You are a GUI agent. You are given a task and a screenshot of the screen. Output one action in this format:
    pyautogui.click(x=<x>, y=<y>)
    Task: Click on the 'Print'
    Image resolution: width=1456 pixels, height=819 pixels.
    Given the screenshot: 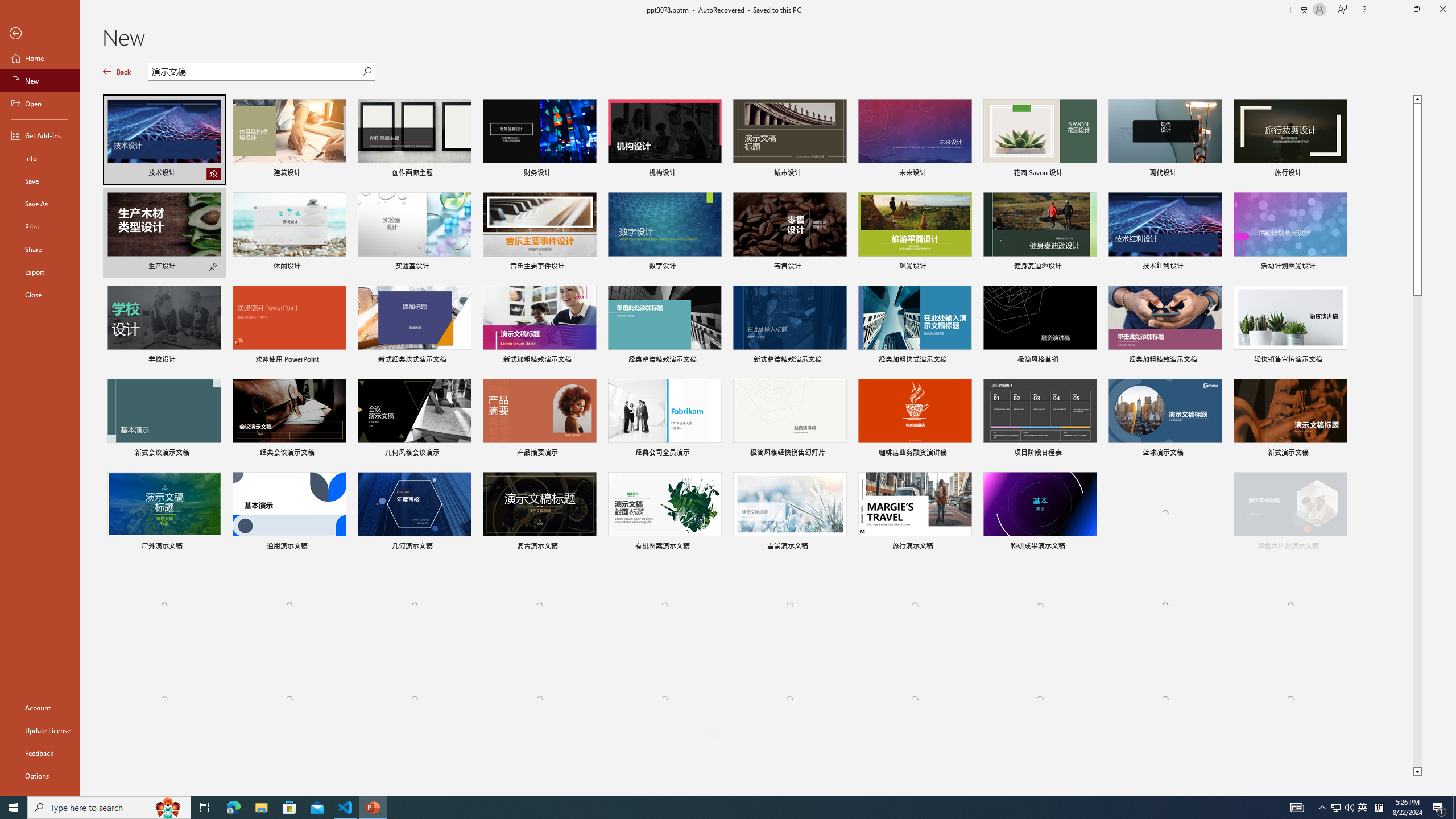 What is the action you would take?
    pyautogui.click(x=39, y=226)
    